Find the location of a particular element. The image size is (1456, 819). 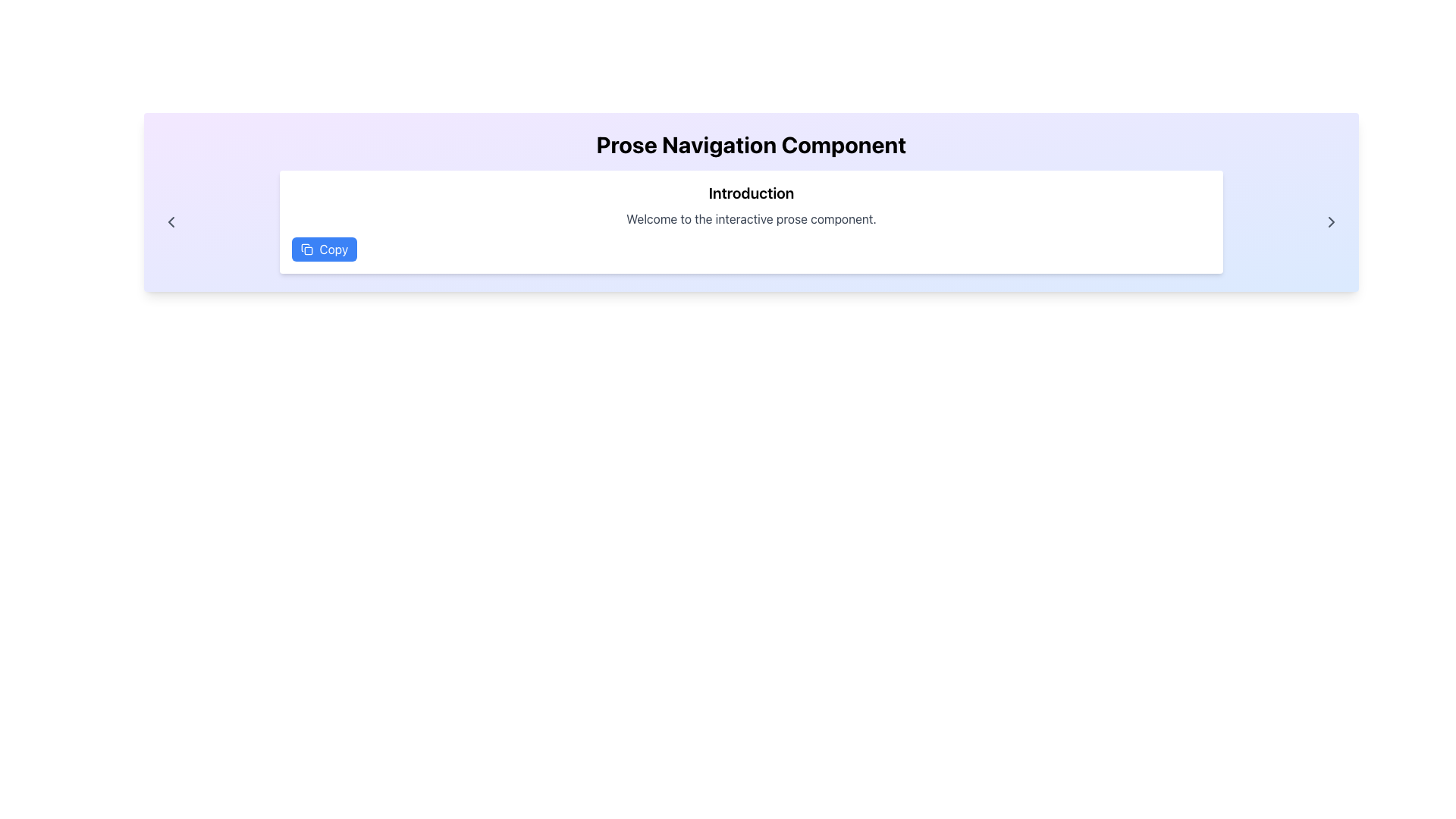

the blue rounded rectangle button labeled 'Copy' with a clipboard icon to copy content is located at coordinates (323, 248).